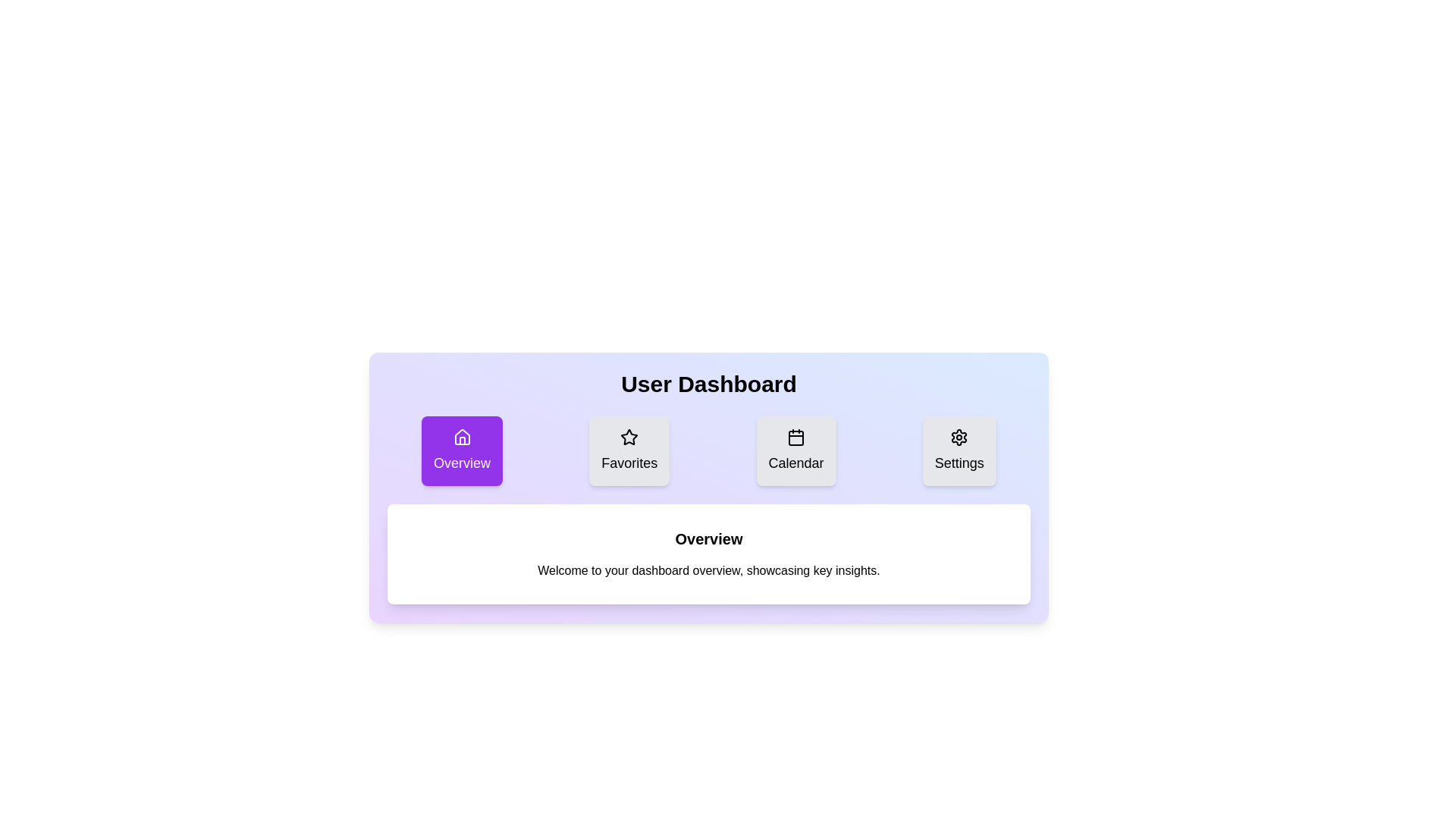 This screenshot has width=1456, height=819. What do you see at coordinates (461, 450) in the screenshot?
I see `the Overview tab to view its content` at bounding box center [461, 450].